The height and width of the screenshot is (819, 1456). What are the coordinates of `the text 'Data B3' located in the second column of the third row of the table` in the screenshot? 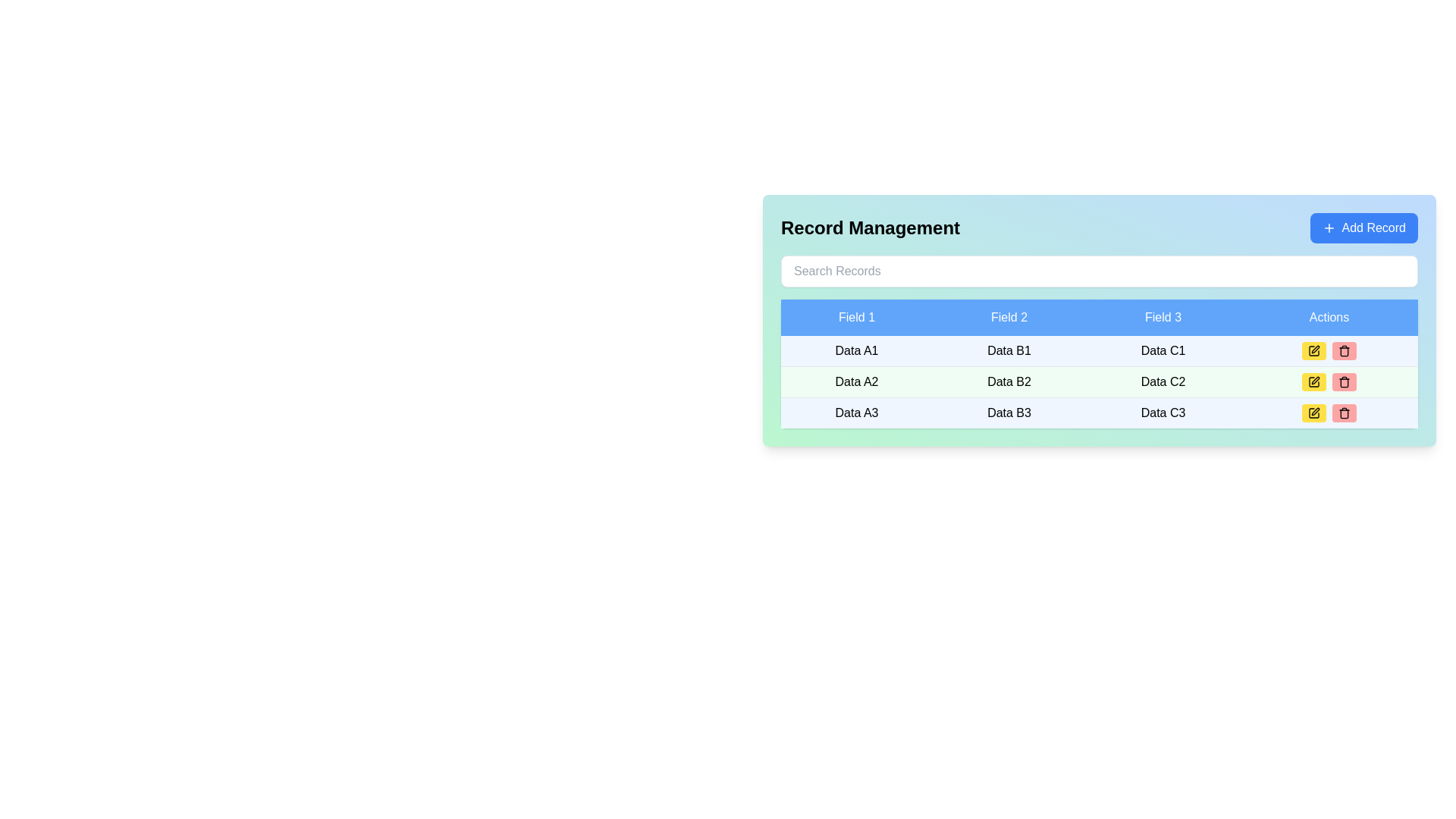 It's located at (1009, 412).